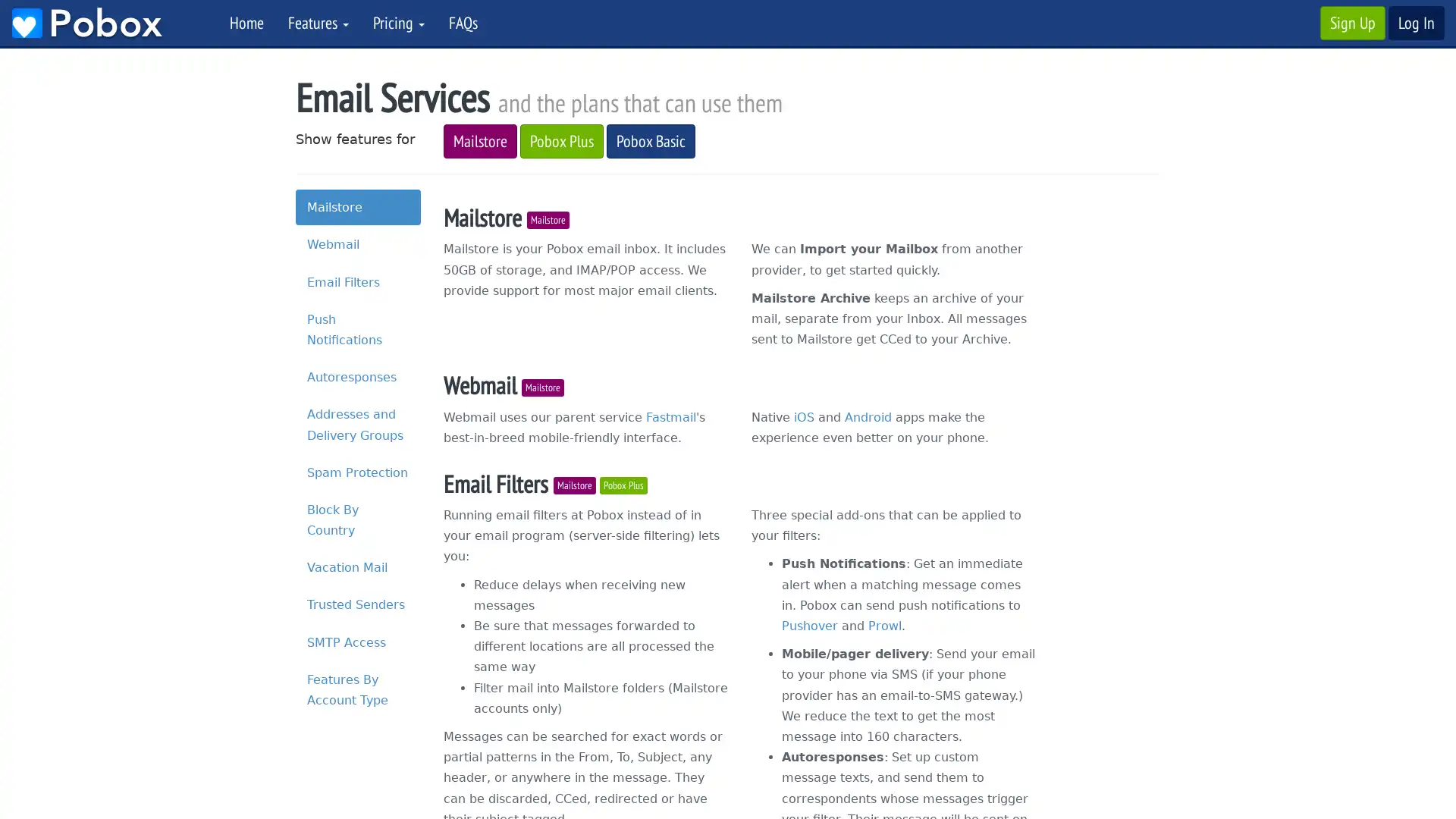 The image size is (1456, 819). Describe the element at coordinates (574, 485) in the screenshot. I see `Mailstore` at that location.